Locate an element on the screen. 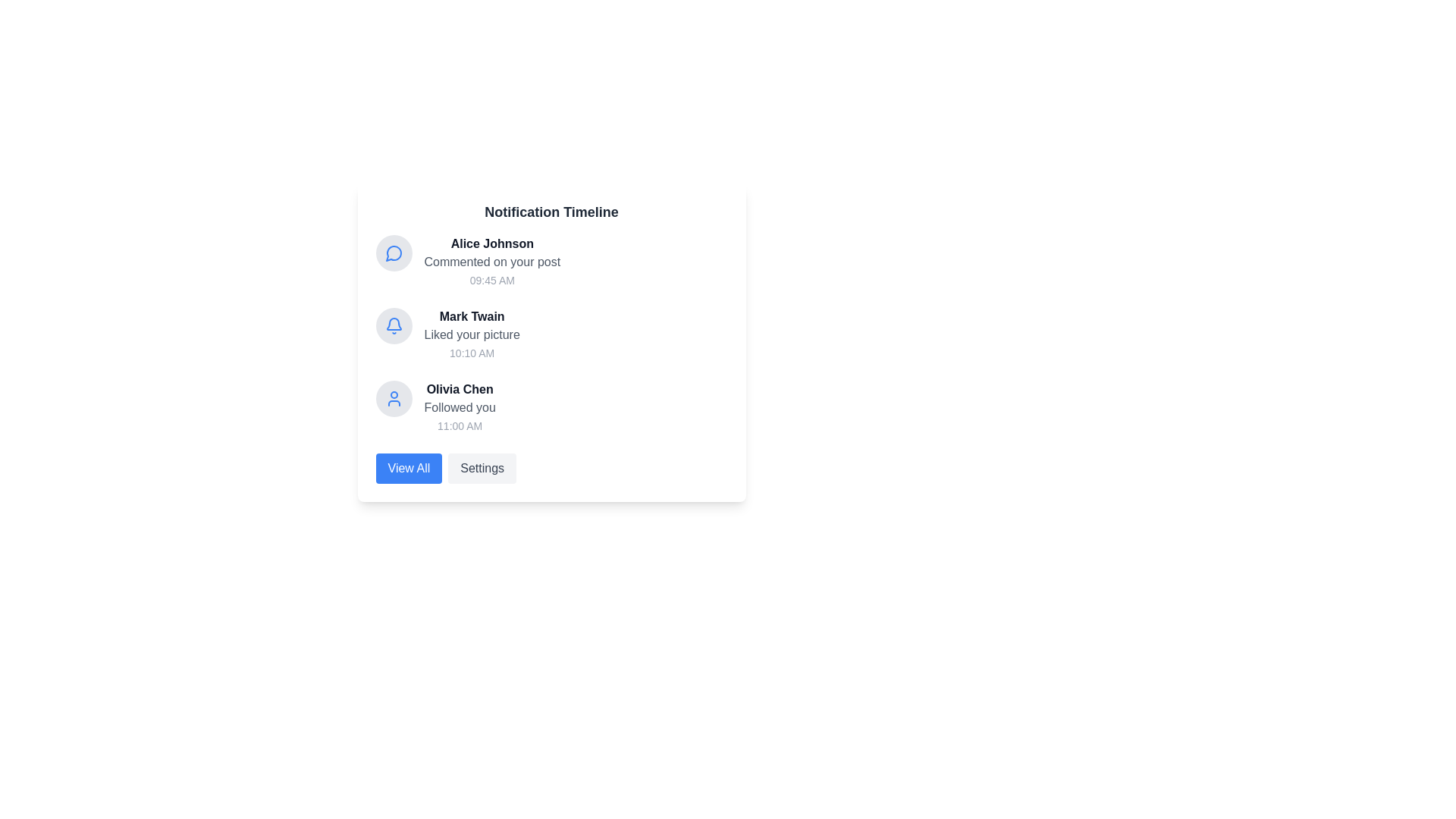  the middle notification entry that alerts the user that 'Mark Twain' liked their picture is located at coordinates (471, 334).